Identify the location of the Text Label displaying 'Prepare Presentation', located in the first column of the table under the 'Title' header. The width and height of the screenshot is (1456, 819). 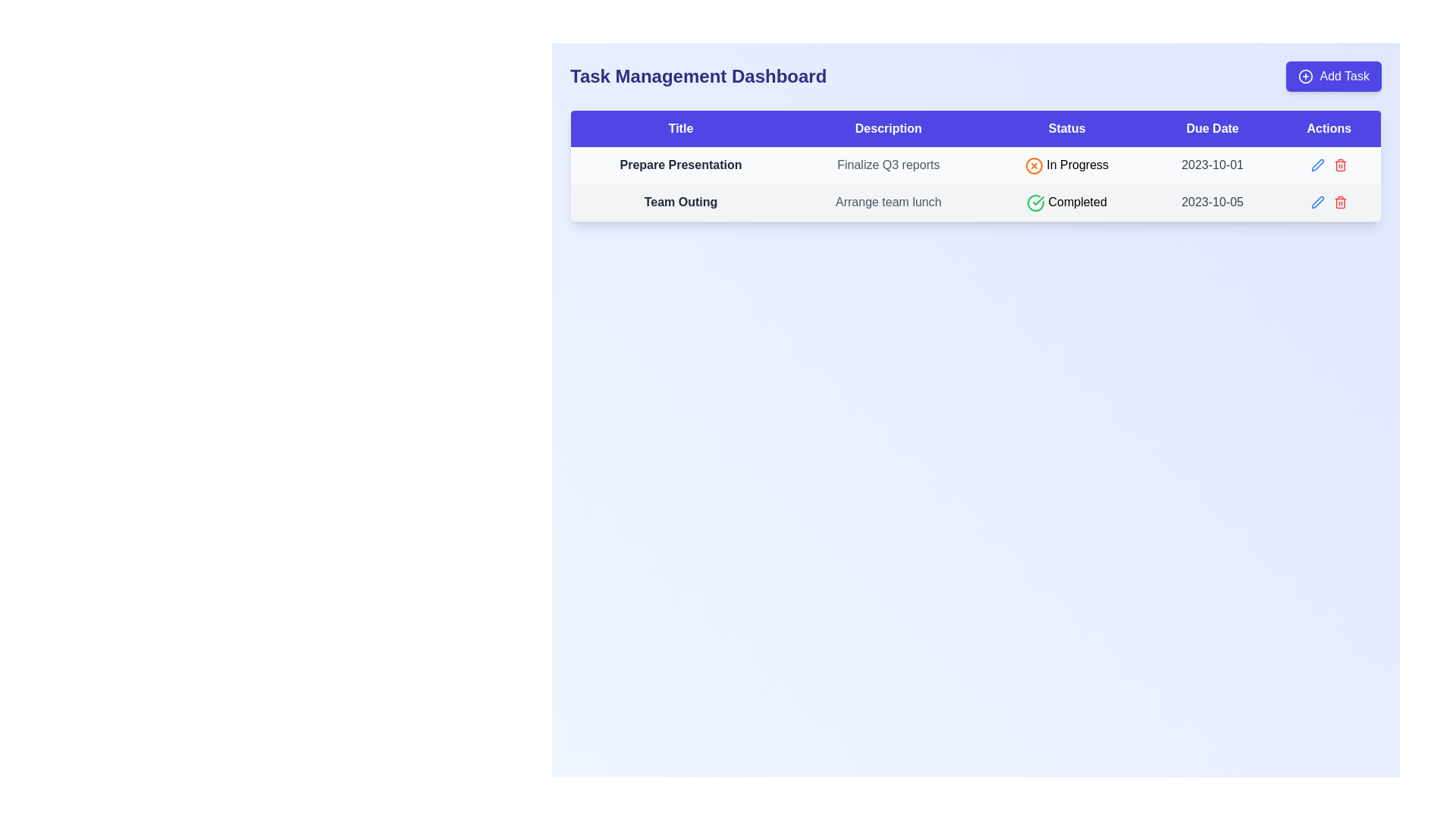
(679, 165).